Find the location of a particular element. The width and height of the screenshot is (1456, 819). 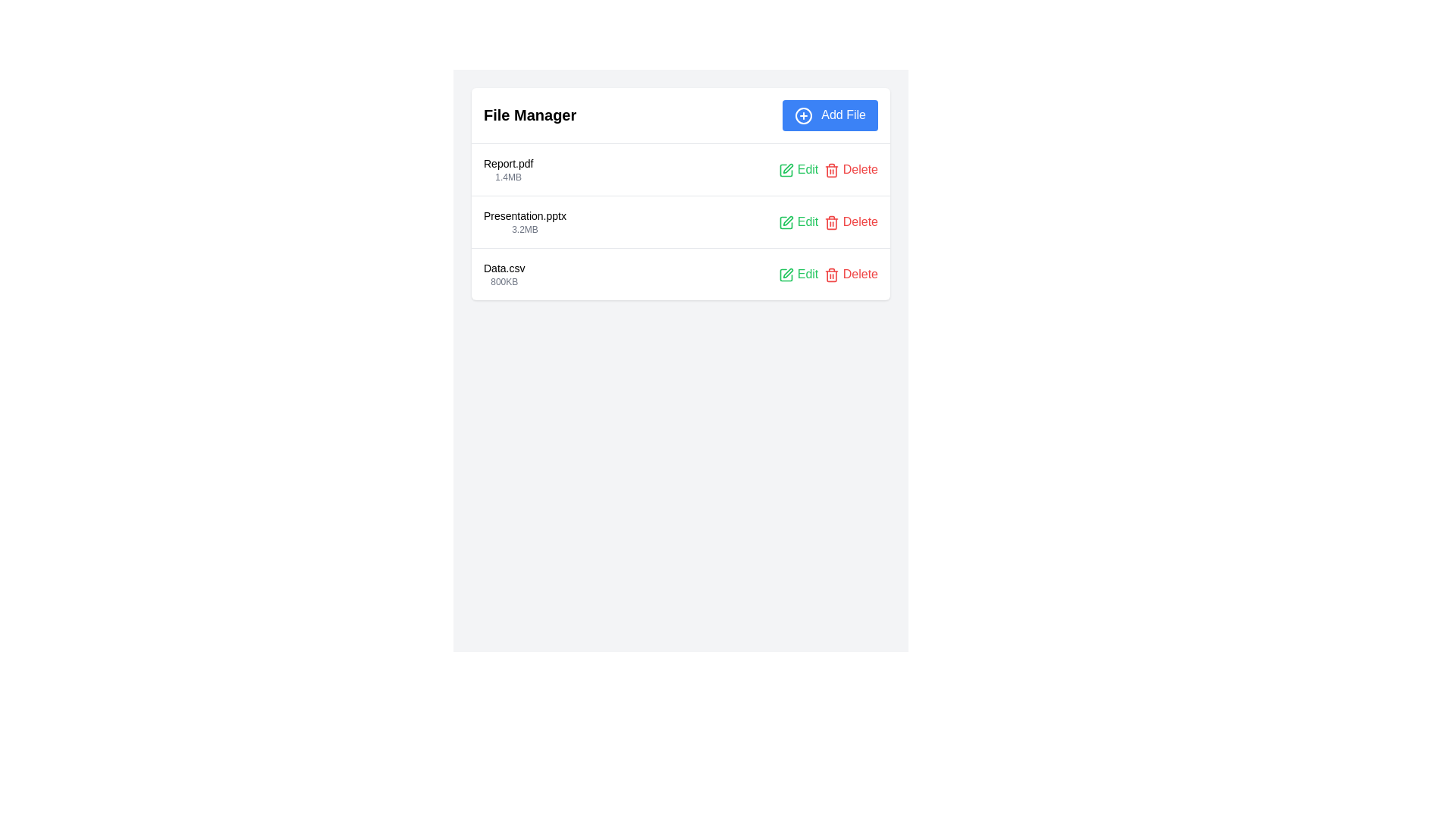

the delete icon located next to the 'Presentation.pptx' file in the second row of the file management table to initiate the delete action is located at coordinates (831, 222).